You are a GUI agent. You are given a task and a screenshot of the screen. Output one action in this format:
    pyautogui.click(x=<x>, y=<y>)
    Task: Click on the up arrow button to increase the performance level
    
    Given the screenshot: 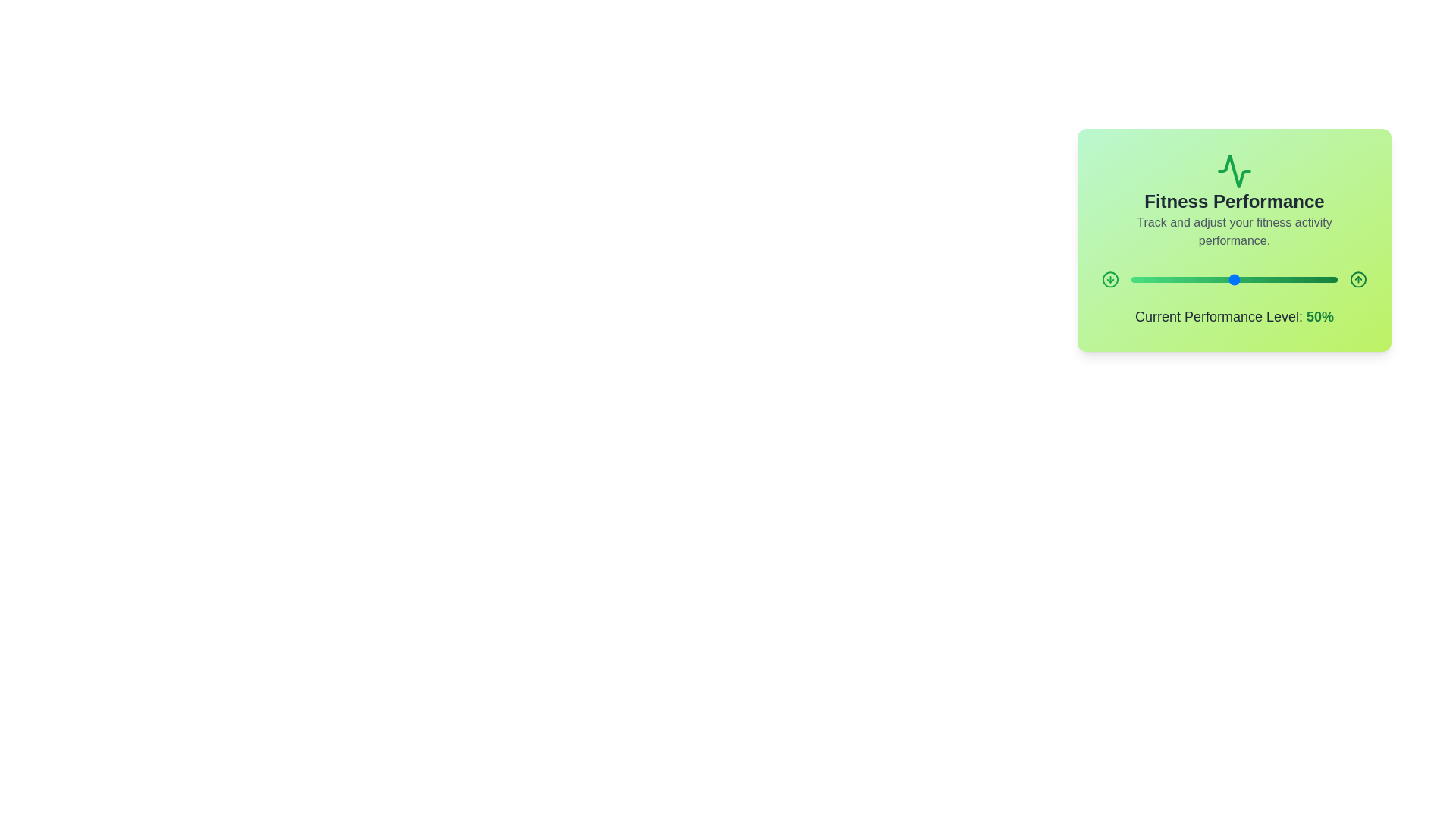 What is the action you would take?
    pyautogui.click(x=1357, y=280)
    